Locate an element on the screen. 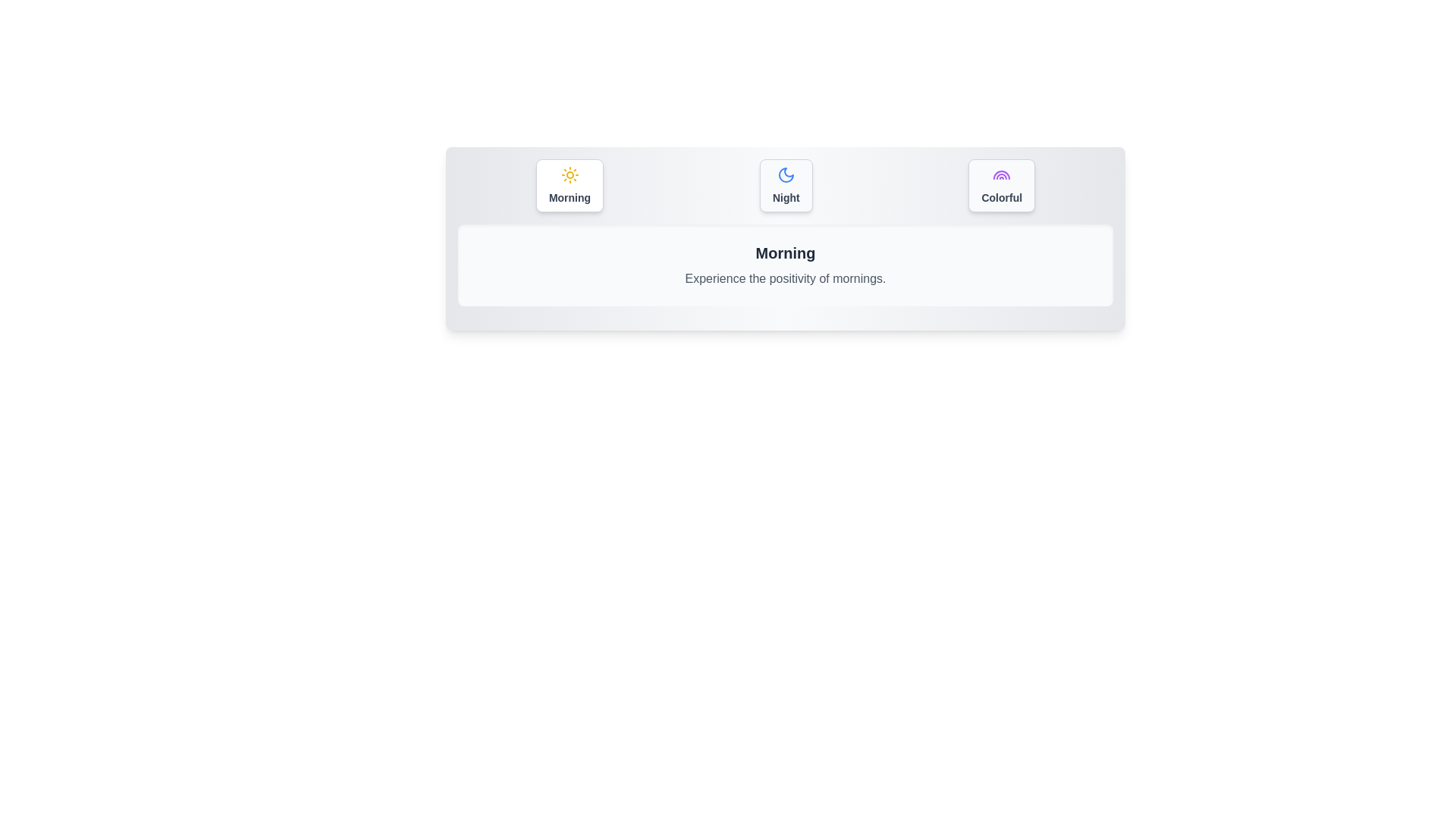 This screenshot has width=1456, height=819. the tab button labeled 'Morning' to switch to that tab is located at coordinates (569, 185).